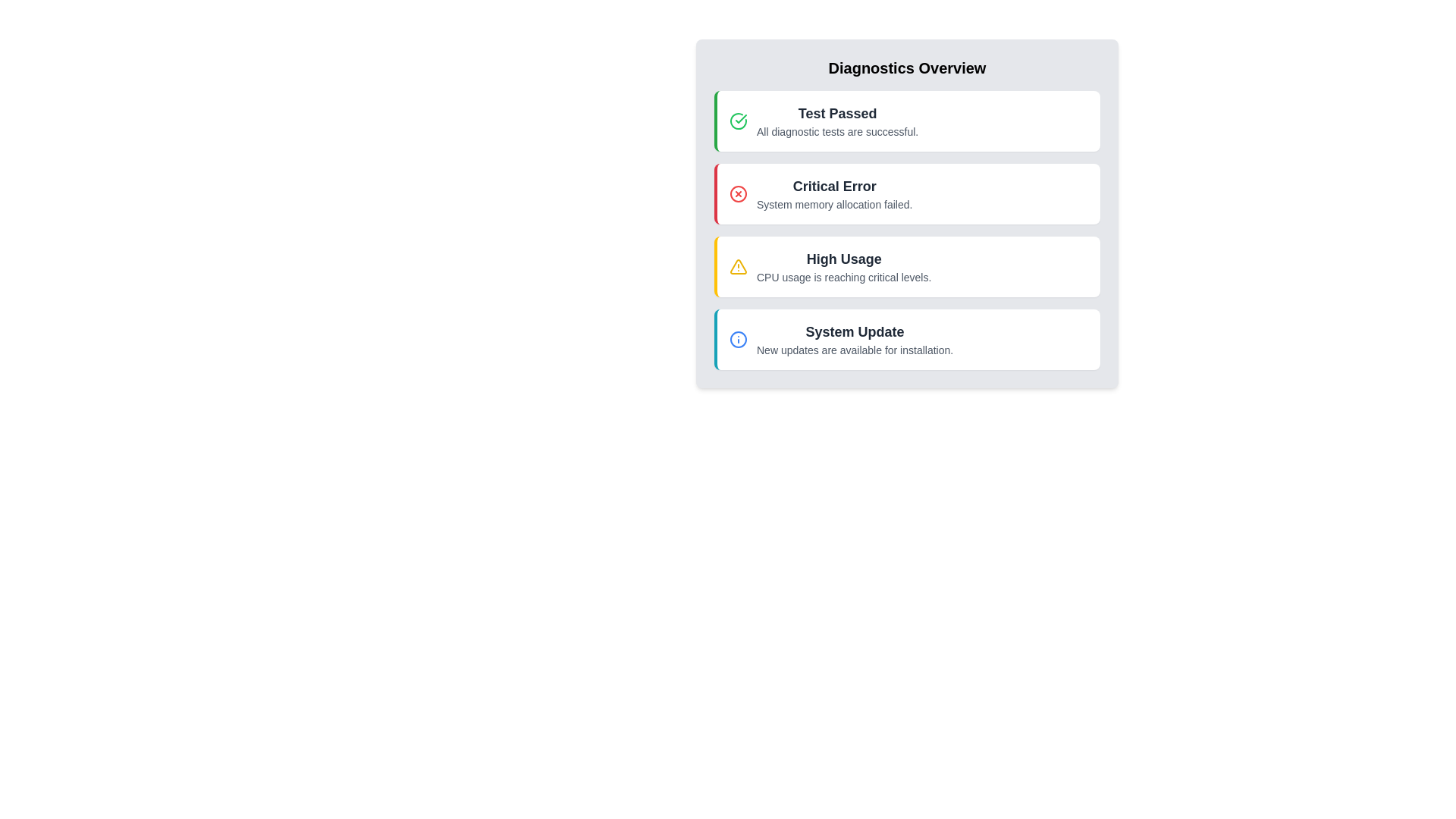 This screenshot has height=819, width=1456. What do you see at coordinates (855, 350) in the screenshot?
I see `the informational text located beneath the heading 'System Update' in the fourth diagnostic block of the 'Diagnostics Overview' section` at bounding box center [855, 350].